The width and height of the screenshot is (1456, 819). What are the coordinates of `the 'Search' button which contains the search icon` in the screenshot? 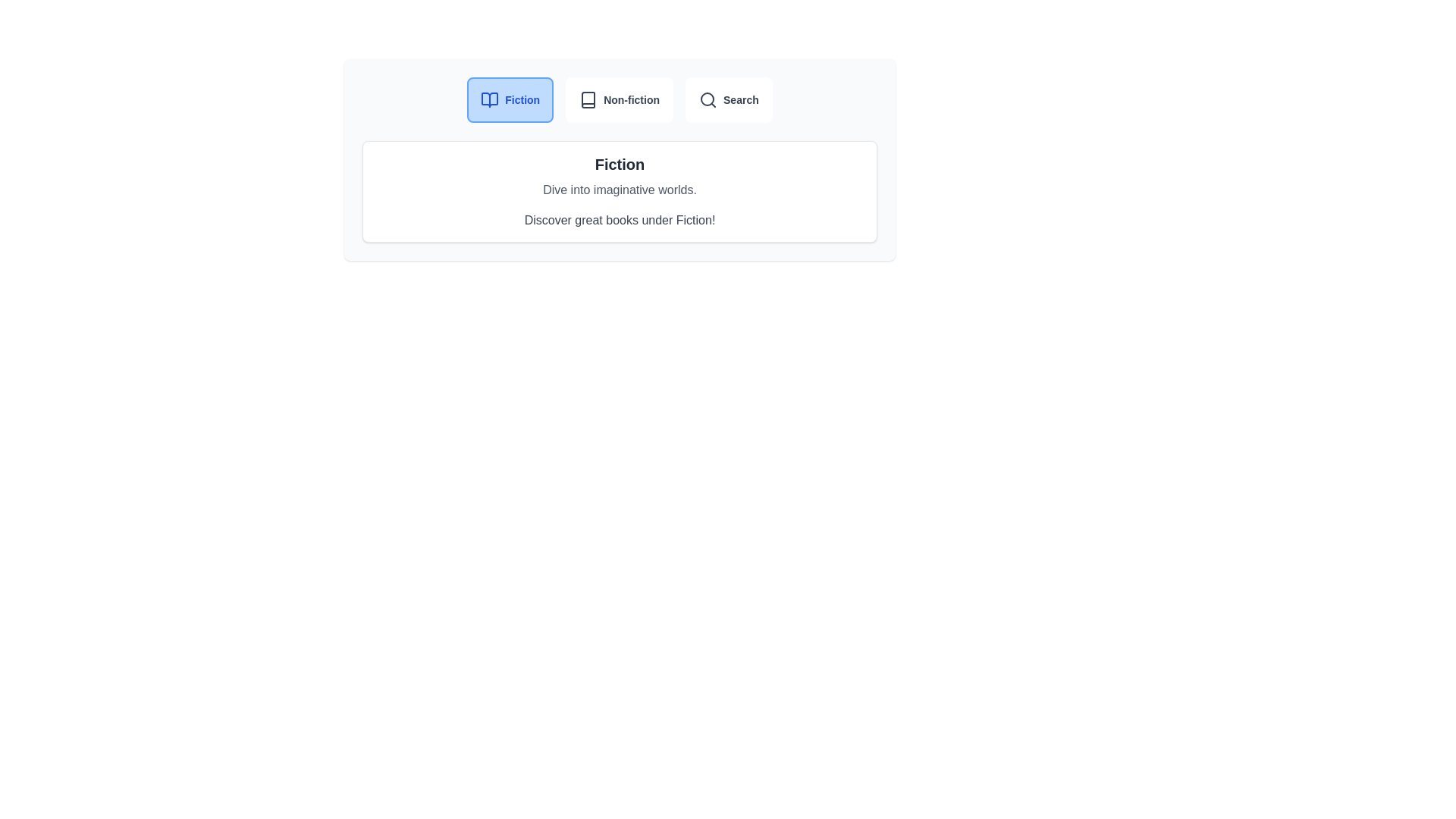 It's located at (708, 99).